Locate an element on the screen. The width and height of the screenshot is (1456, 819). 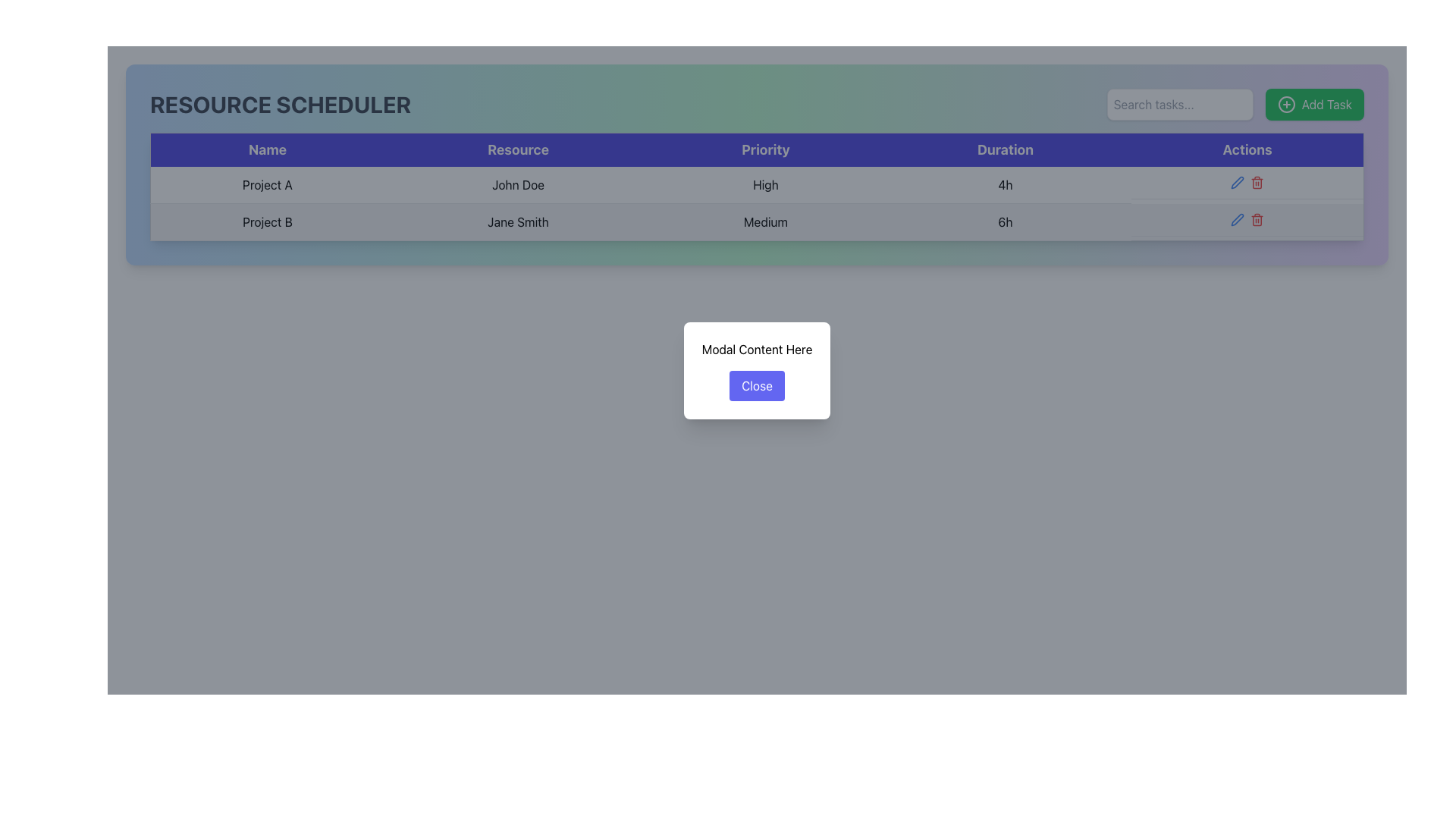
the text component displaying 'Medium' in the 'RESOURCE SCHEDULER' interface, located in the third column of the second row, under the 'Priority' header is located at coordinates (765, 222).